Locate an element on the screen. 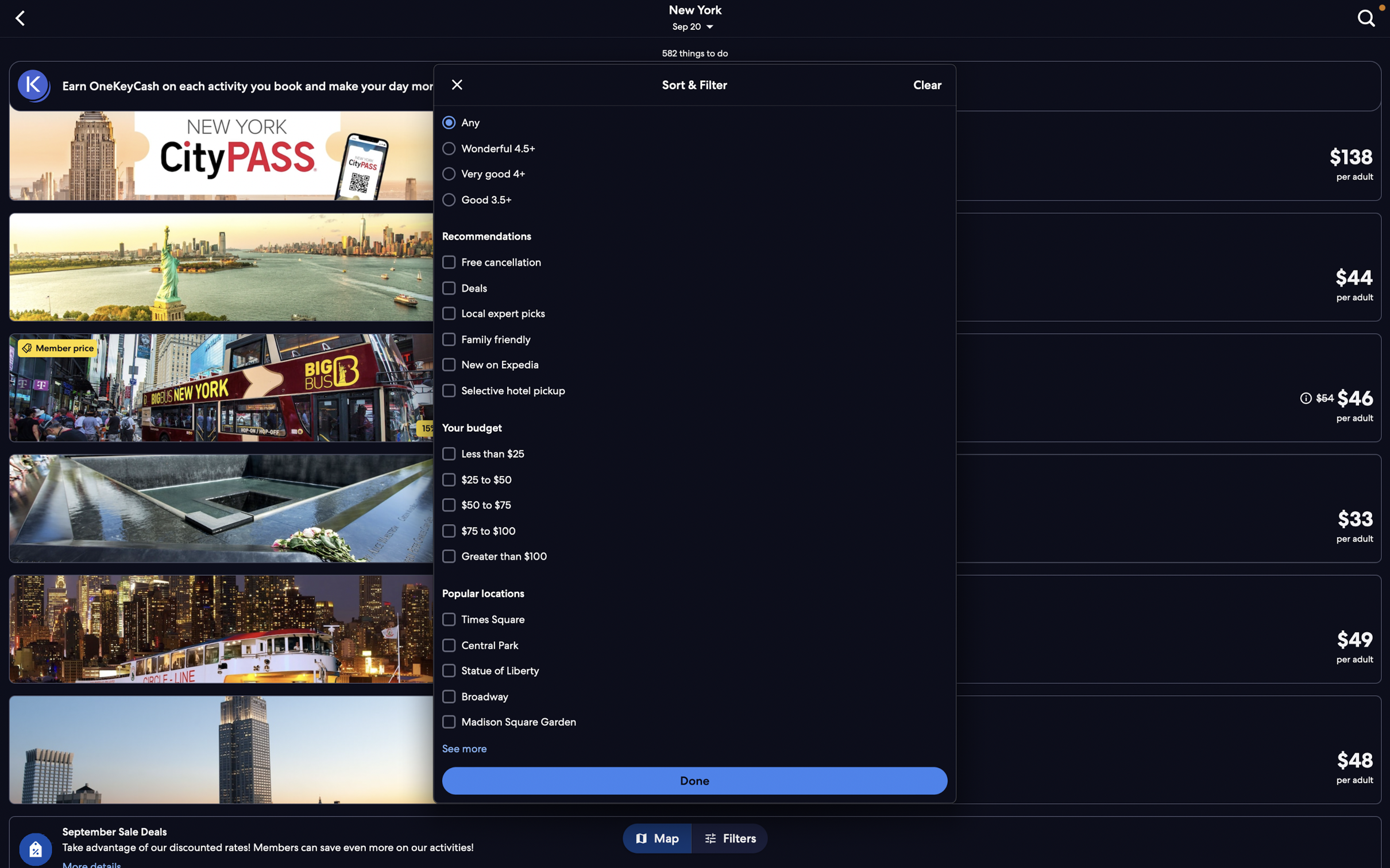  the "select hotel pickup" and "more than 100" options is located at coordinates (695, 389).